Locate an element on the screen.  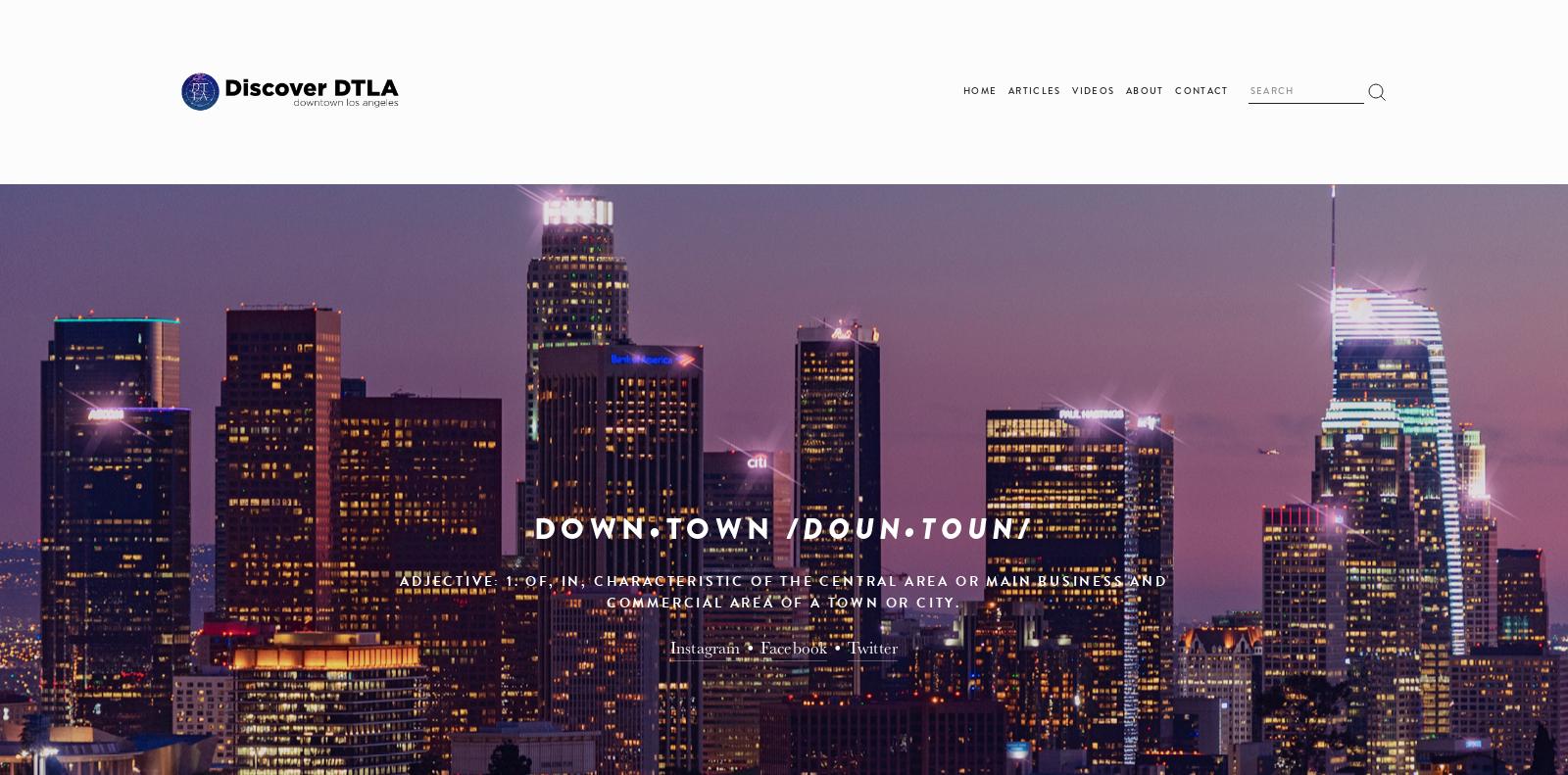
'Videos' is located at coordinates (1093, 91).